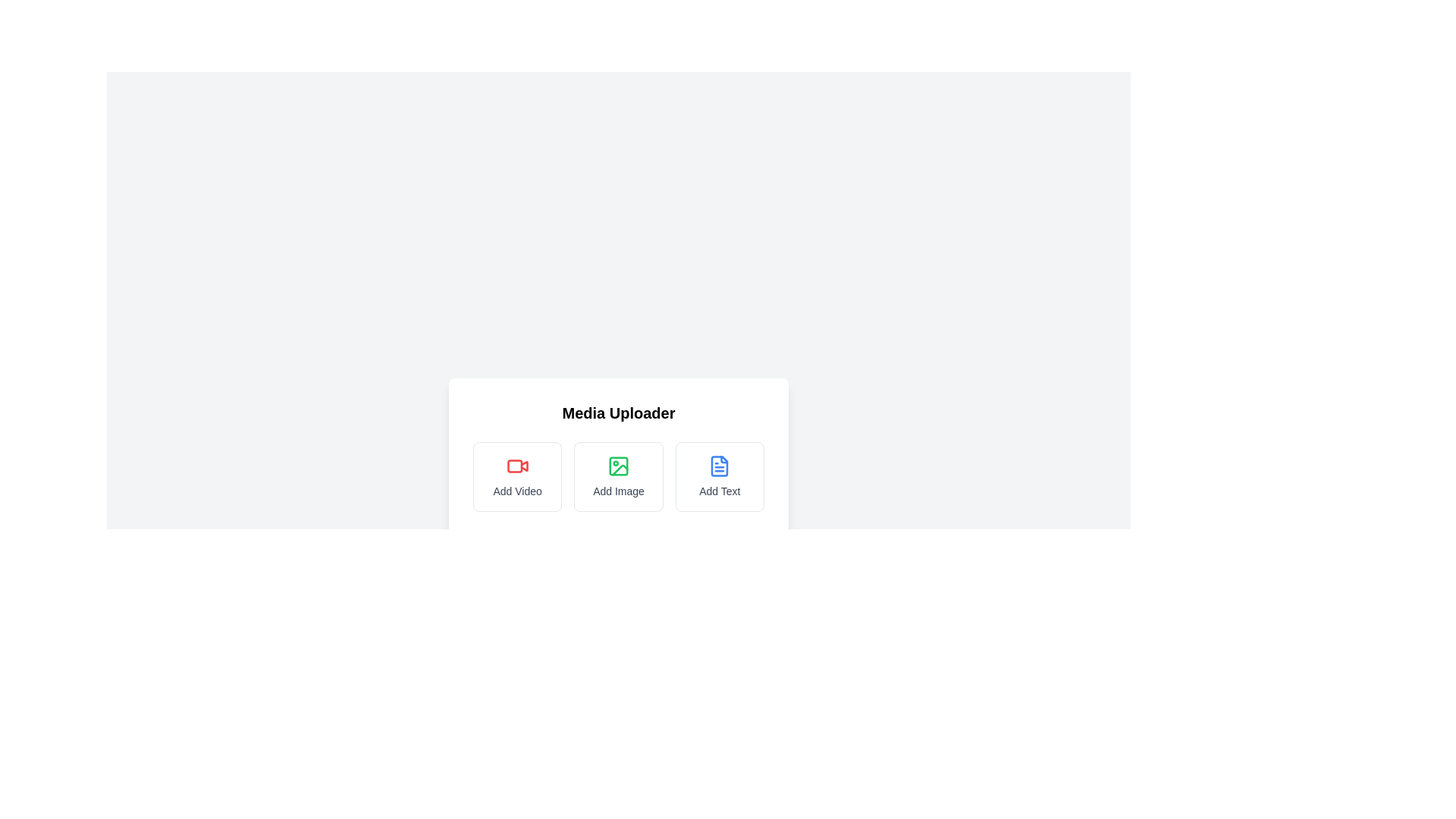 The image size is (1456, 819). Describe the element at coordinates (619, 465) in the screenshot. I see `the 'Add Image' icon, which is the central button in the second group of buttons under the 'Media Uploader' heading, positioned between 'Add Video' and 'Add Text.'` at that location.